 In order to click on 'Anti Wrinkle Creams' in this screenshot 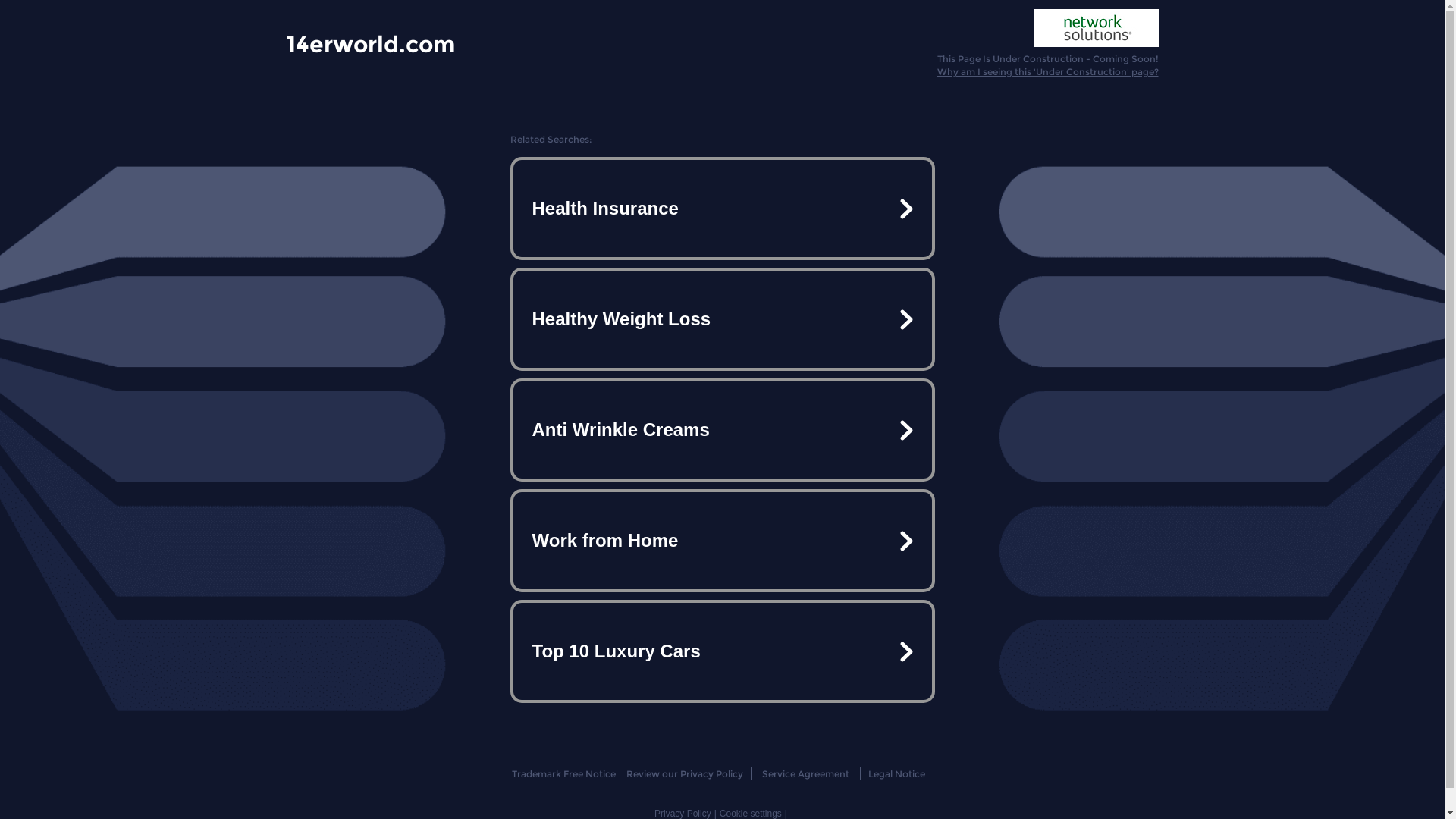, I will do `click(720, 430)`.